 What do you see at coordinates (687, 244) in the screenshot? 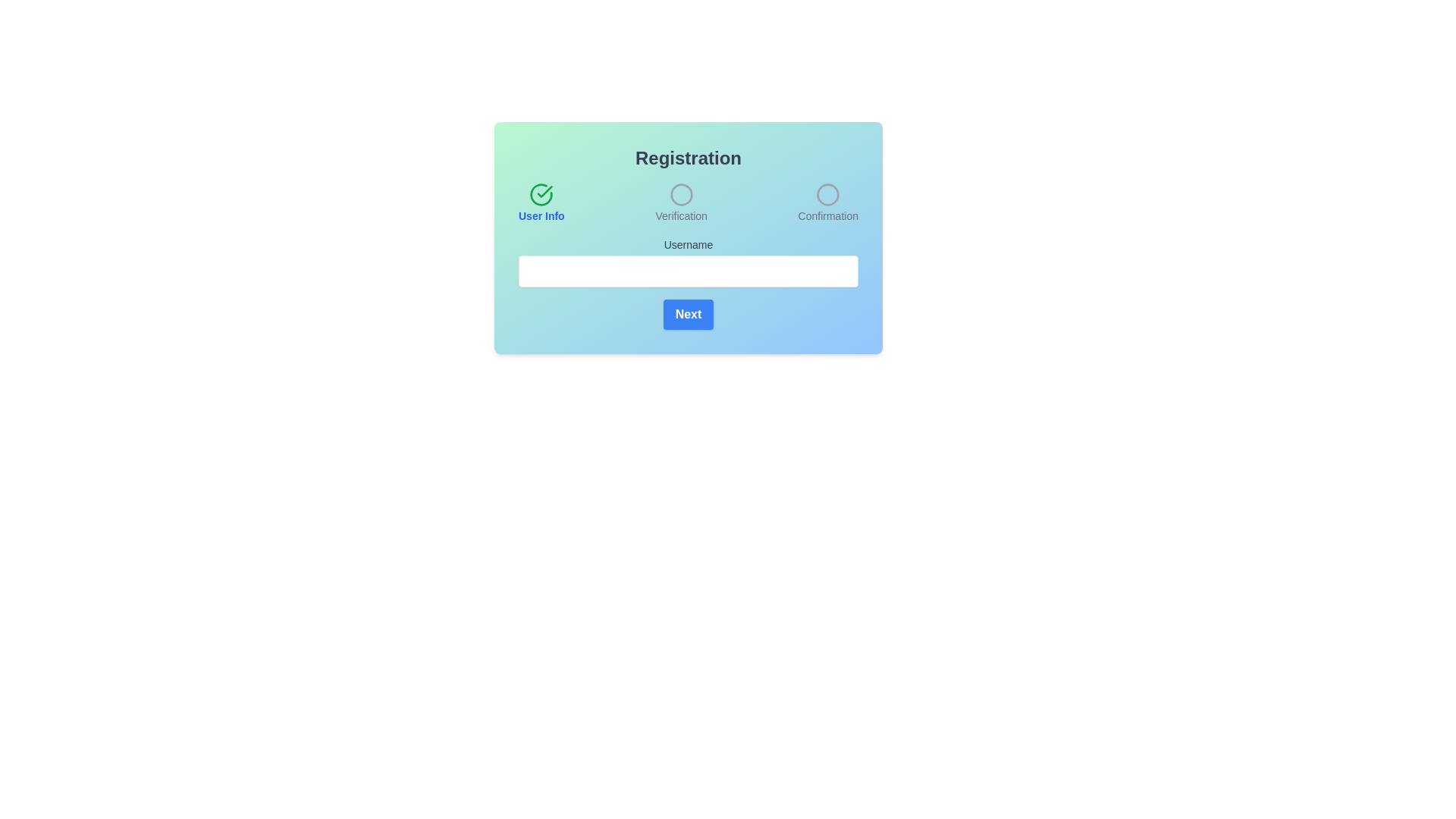
I see `the Text Label that provides context for the text input field below it, located above the text input field and below the 'User Info' header` at bounding box center [687, 244].